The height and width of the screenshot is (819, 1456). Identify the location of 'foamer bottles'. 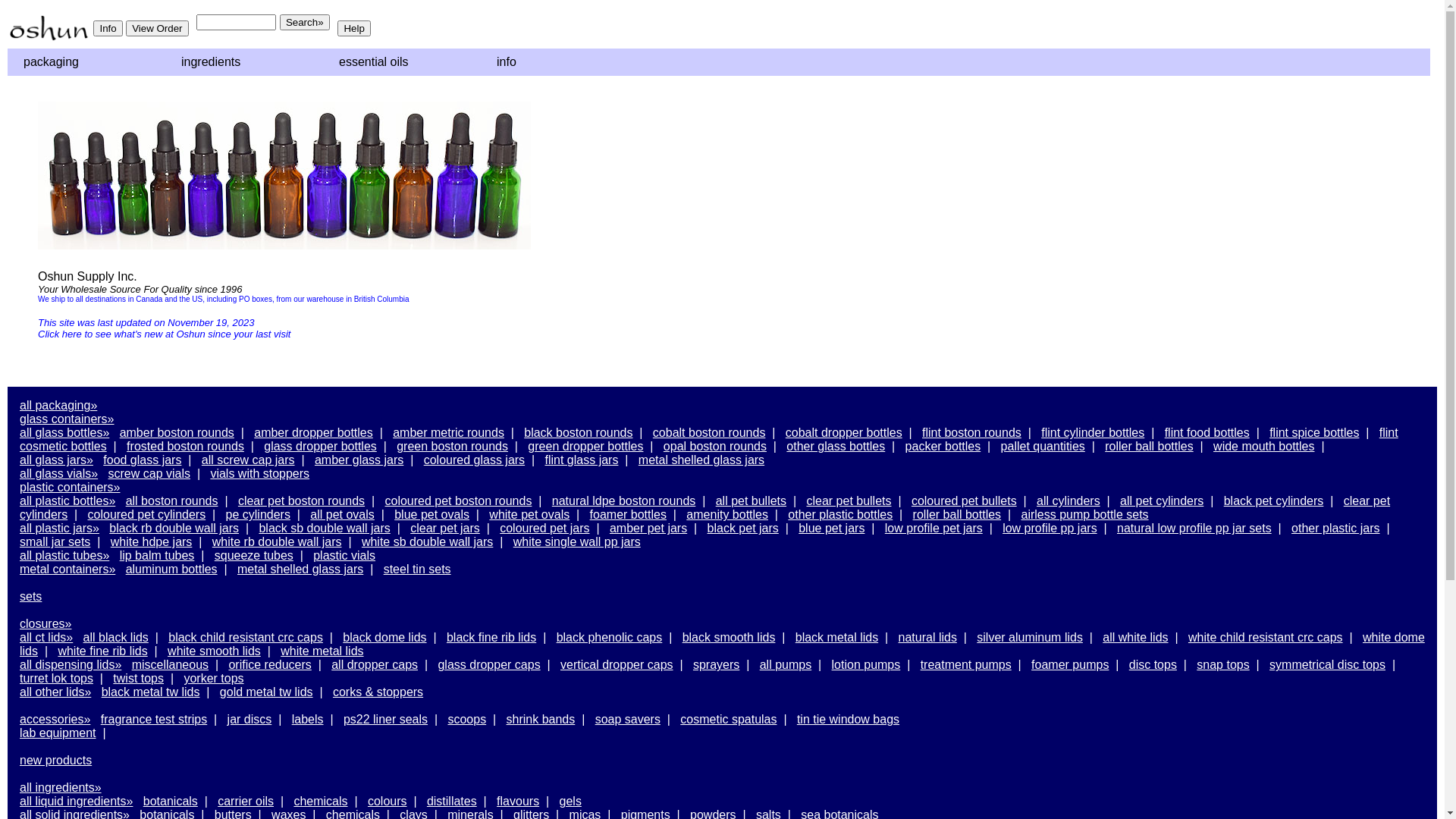
(628, 513).